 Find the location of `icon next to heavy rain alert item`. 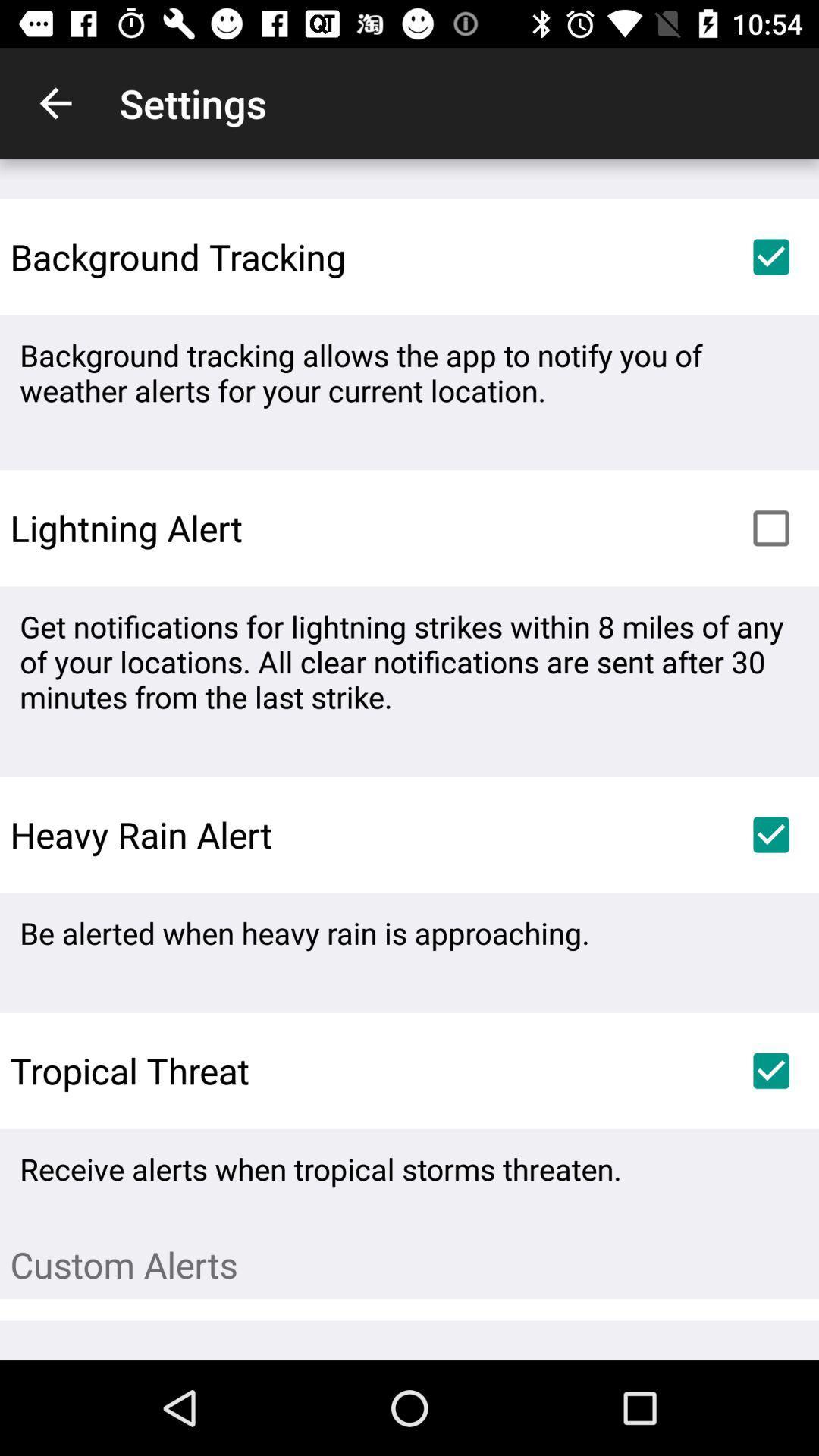

icon next to heavy rain alert item is located at coordinates (771, 833).